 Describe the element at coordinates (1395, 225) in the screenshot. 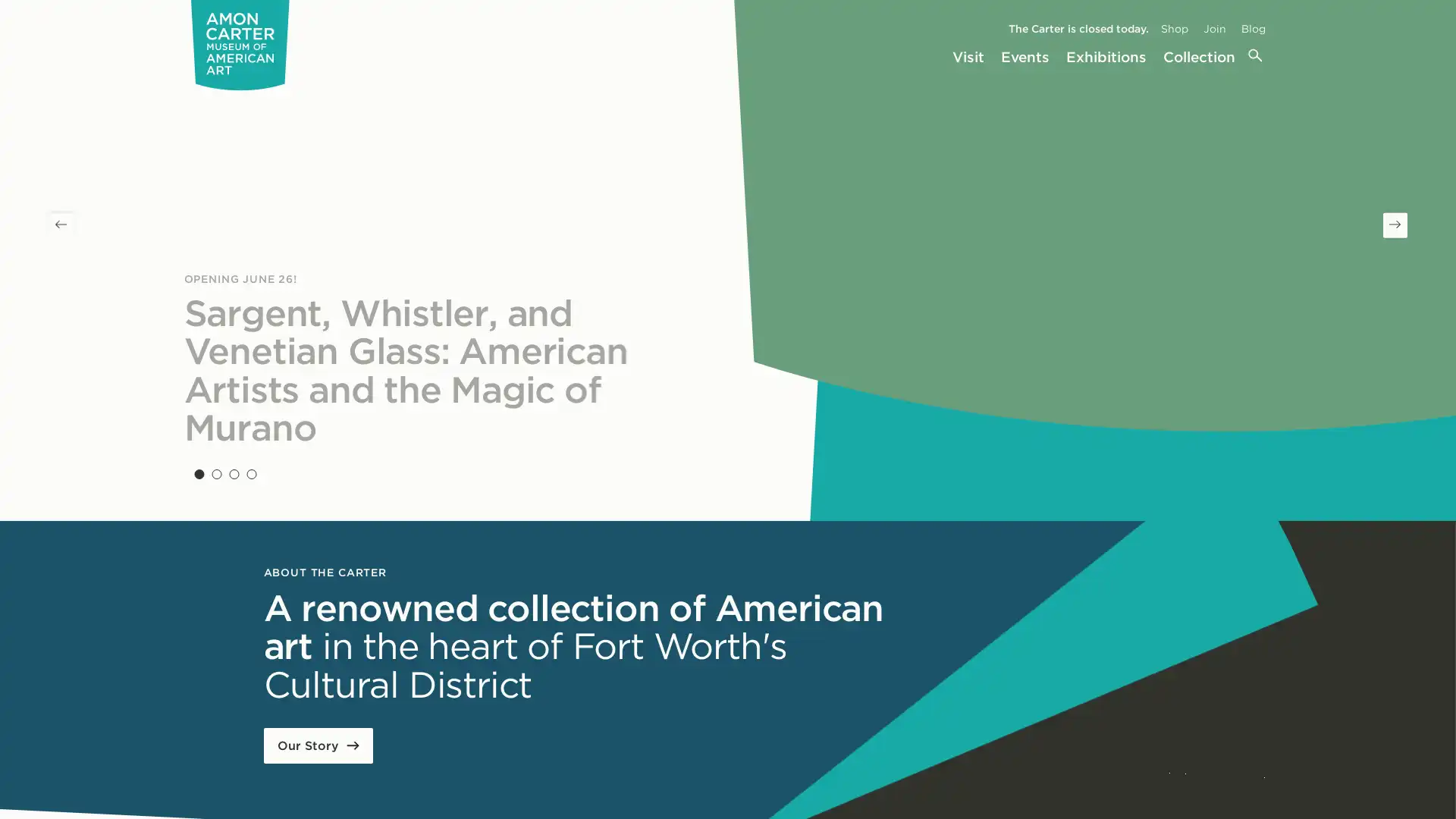

I see `Next` at that location.